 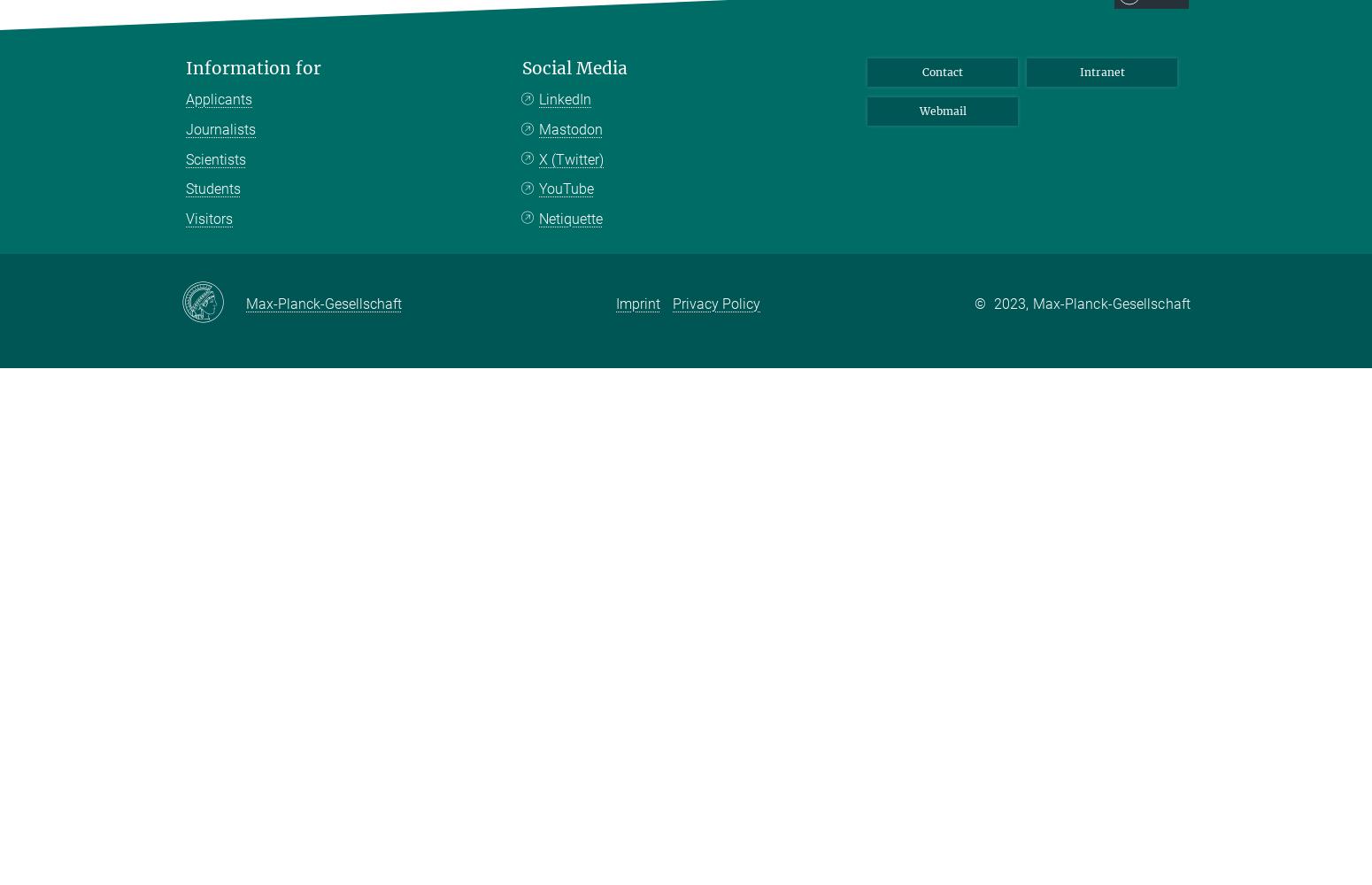 I want to click on 'Imprint', so click(x=638, y=302).